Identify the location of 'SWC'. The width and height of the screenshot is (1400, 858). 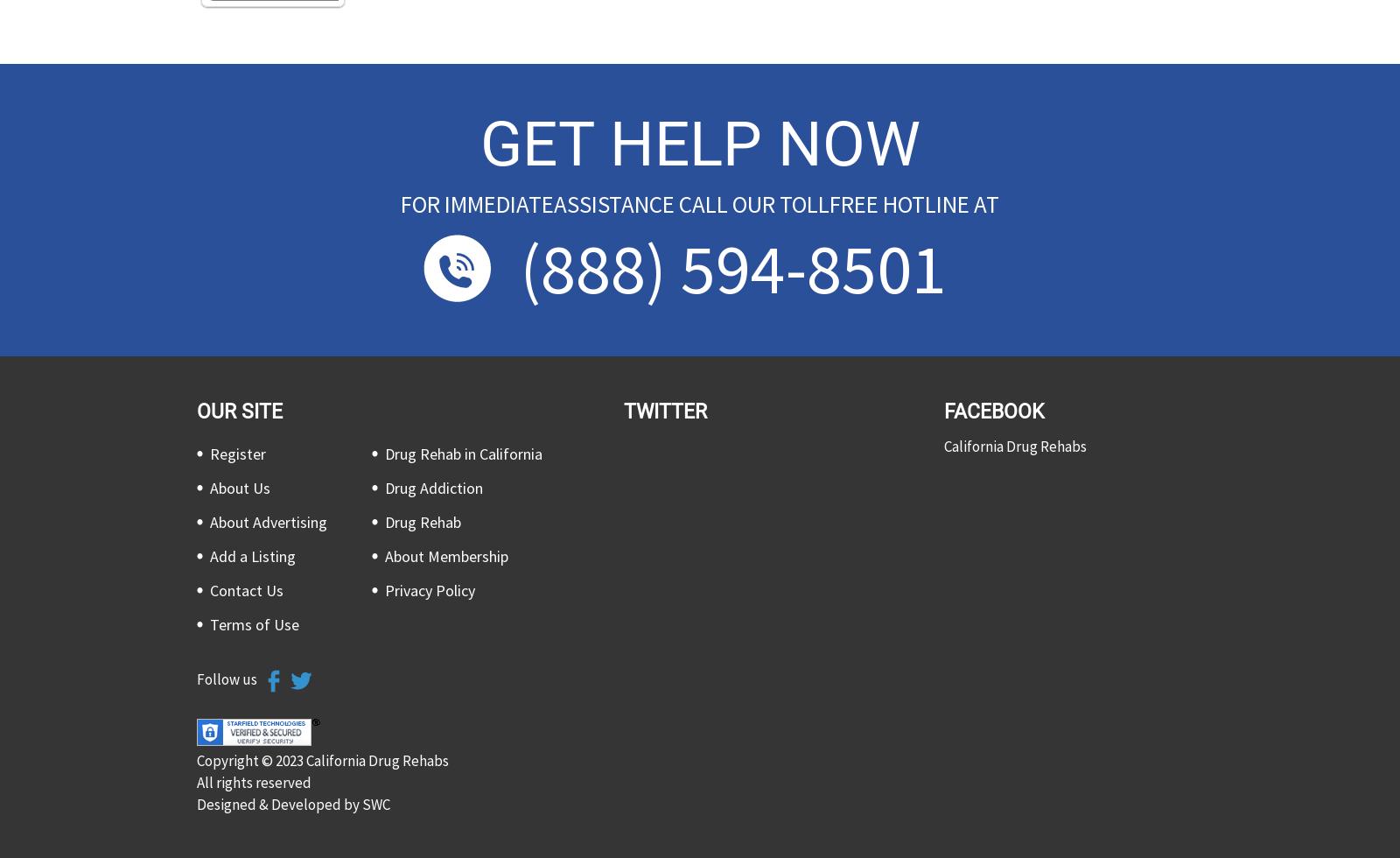
(374, 803).